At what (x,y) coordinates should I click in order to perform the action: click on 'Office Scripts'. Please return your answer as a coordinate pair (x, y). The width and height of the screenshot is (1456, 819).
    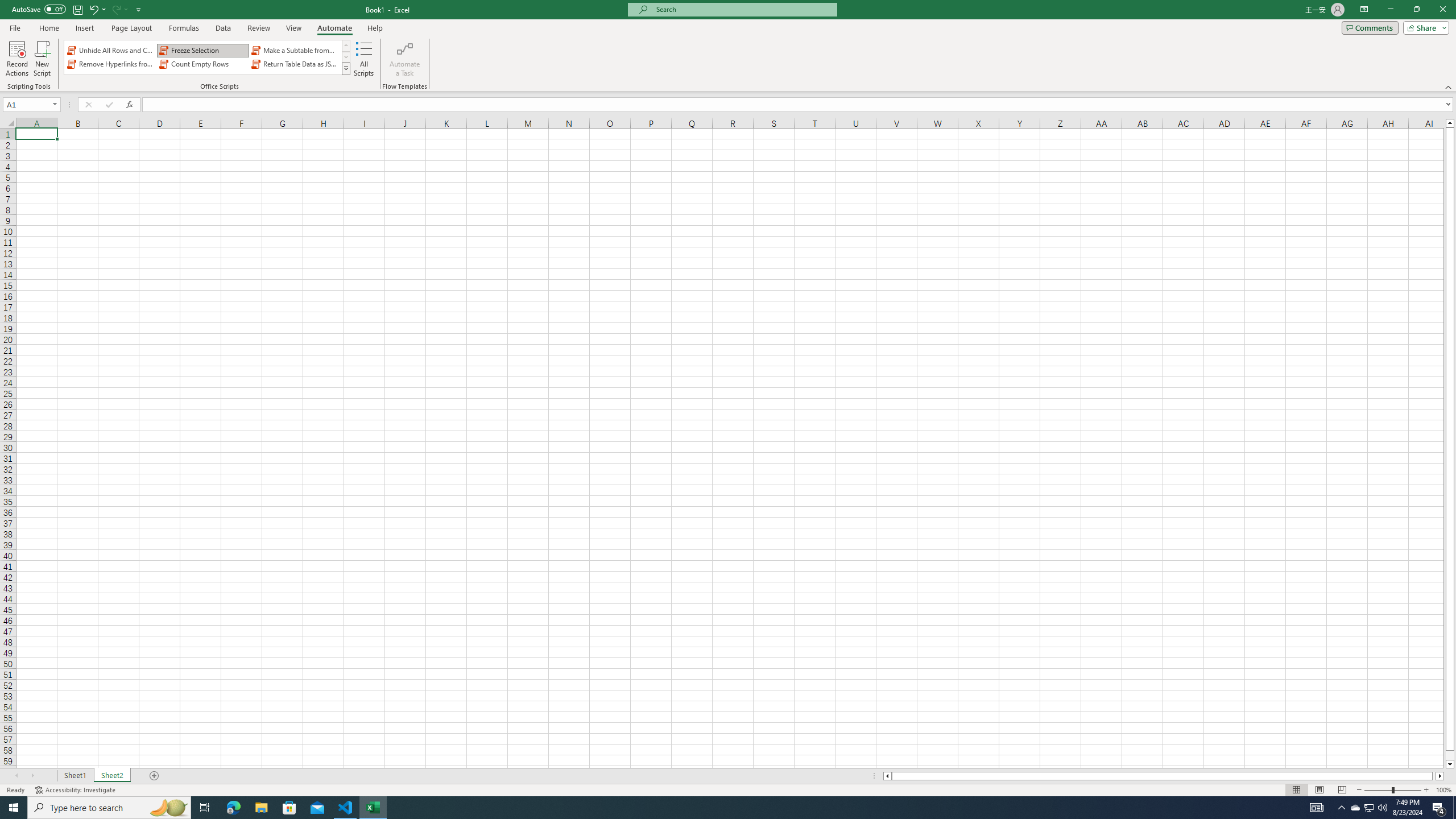
    Looking at the image, I should click on (346, 68).